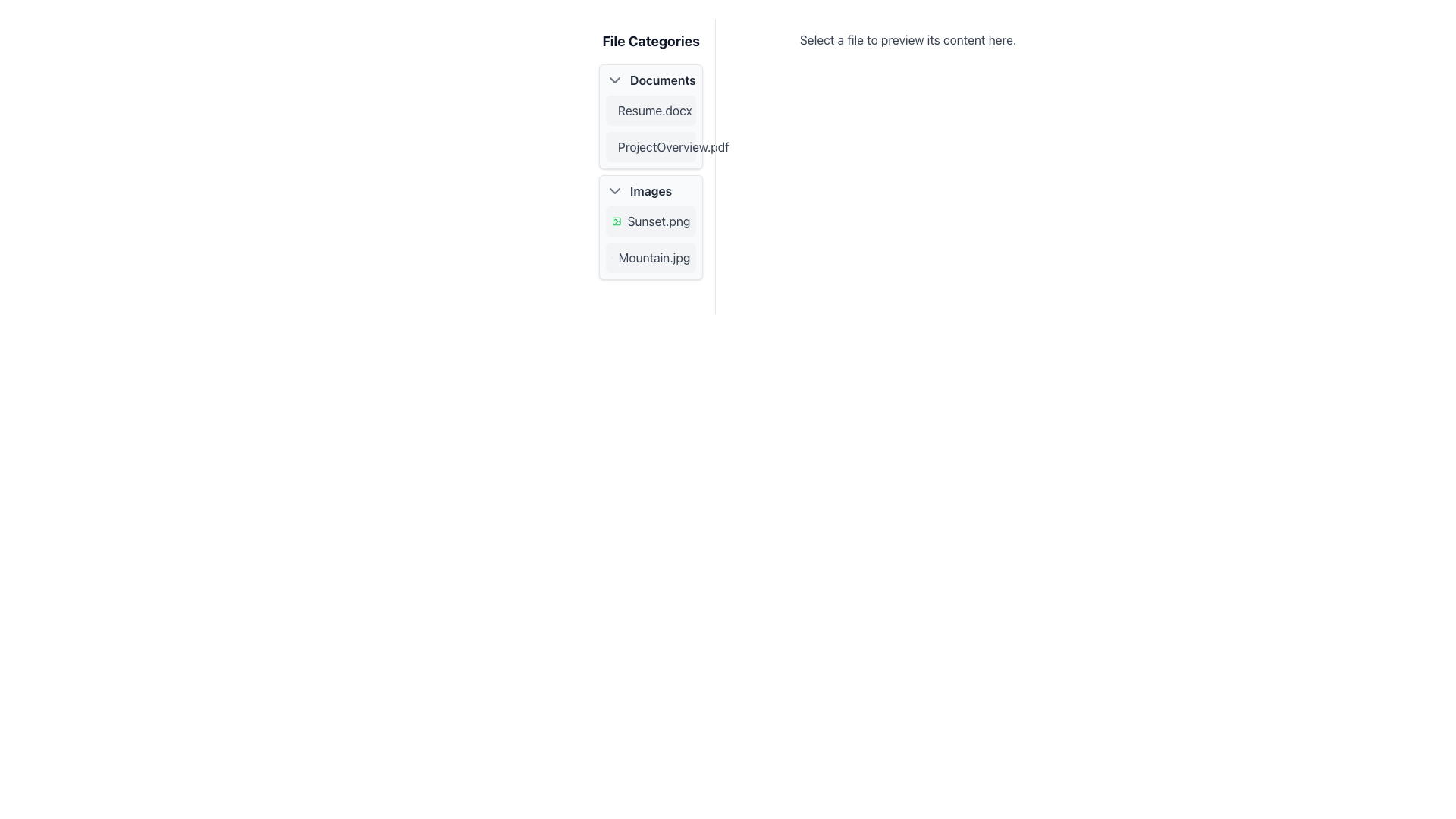 The image size is (1456, 819). What do you see at coordinates (662, 80) in the screenshot?
I see `the 'Documents' text label in the 'File Categories' section` at bounding box center [662, 80].